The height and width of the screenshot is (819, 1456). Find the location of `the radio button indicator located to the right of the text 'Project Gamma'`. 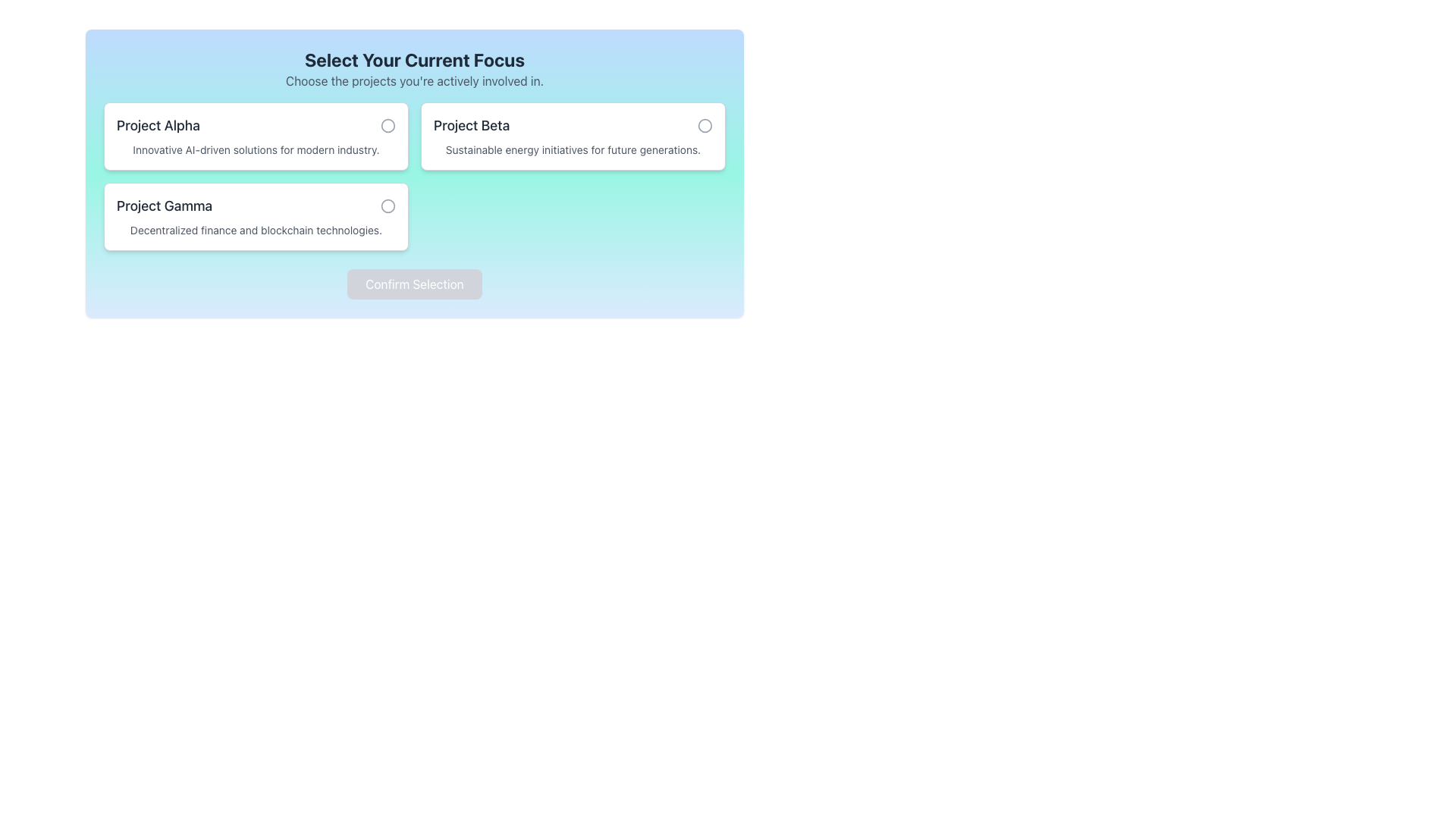

the radio button indicator located to the right of the text 'Project Gamma' is located at coordinates (388, 206).